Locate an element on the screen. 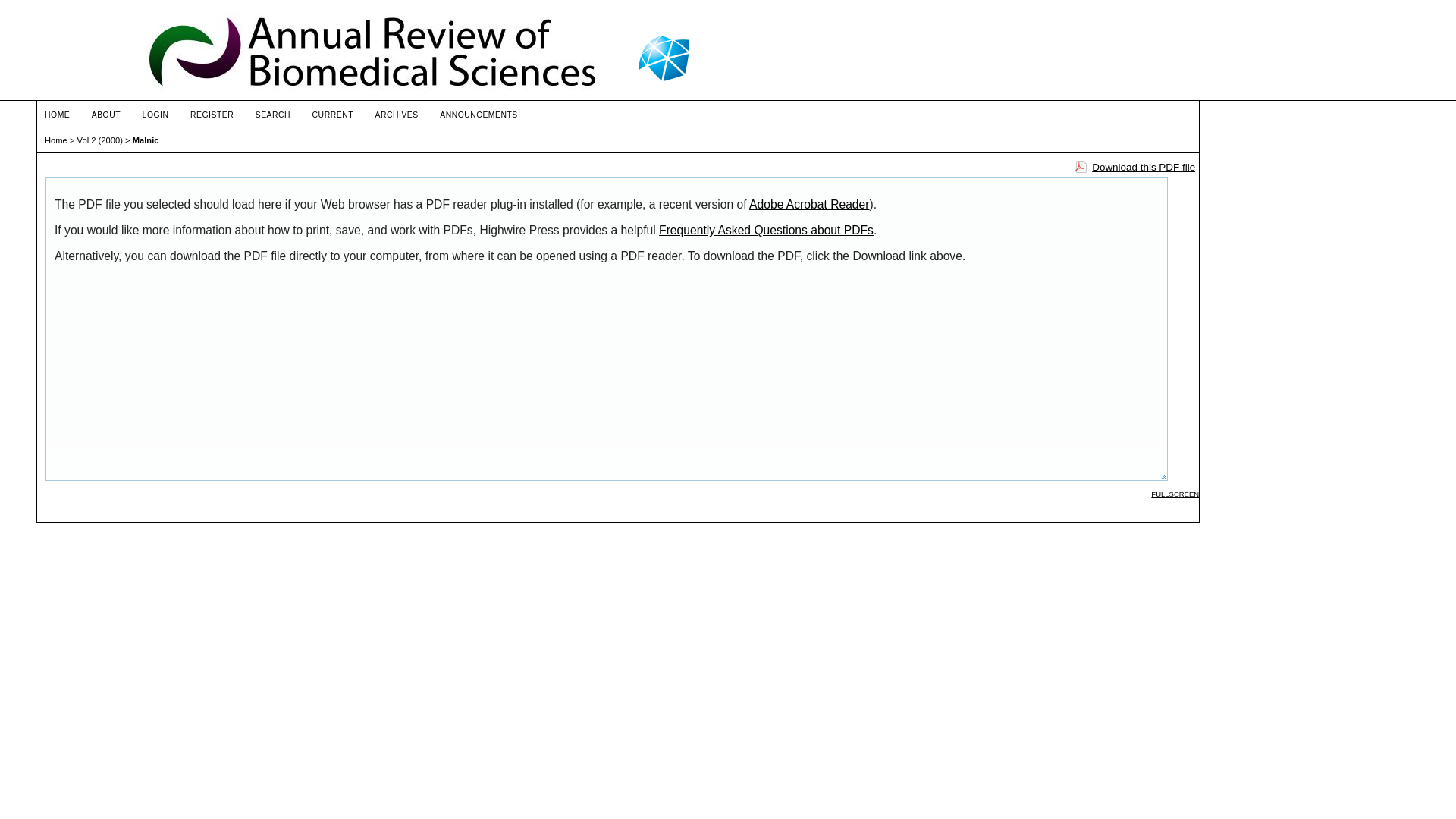 Image resolution: width=1456 pixels, height=819 pixels. 'ABOUT' is located at coordinates (105, 114).